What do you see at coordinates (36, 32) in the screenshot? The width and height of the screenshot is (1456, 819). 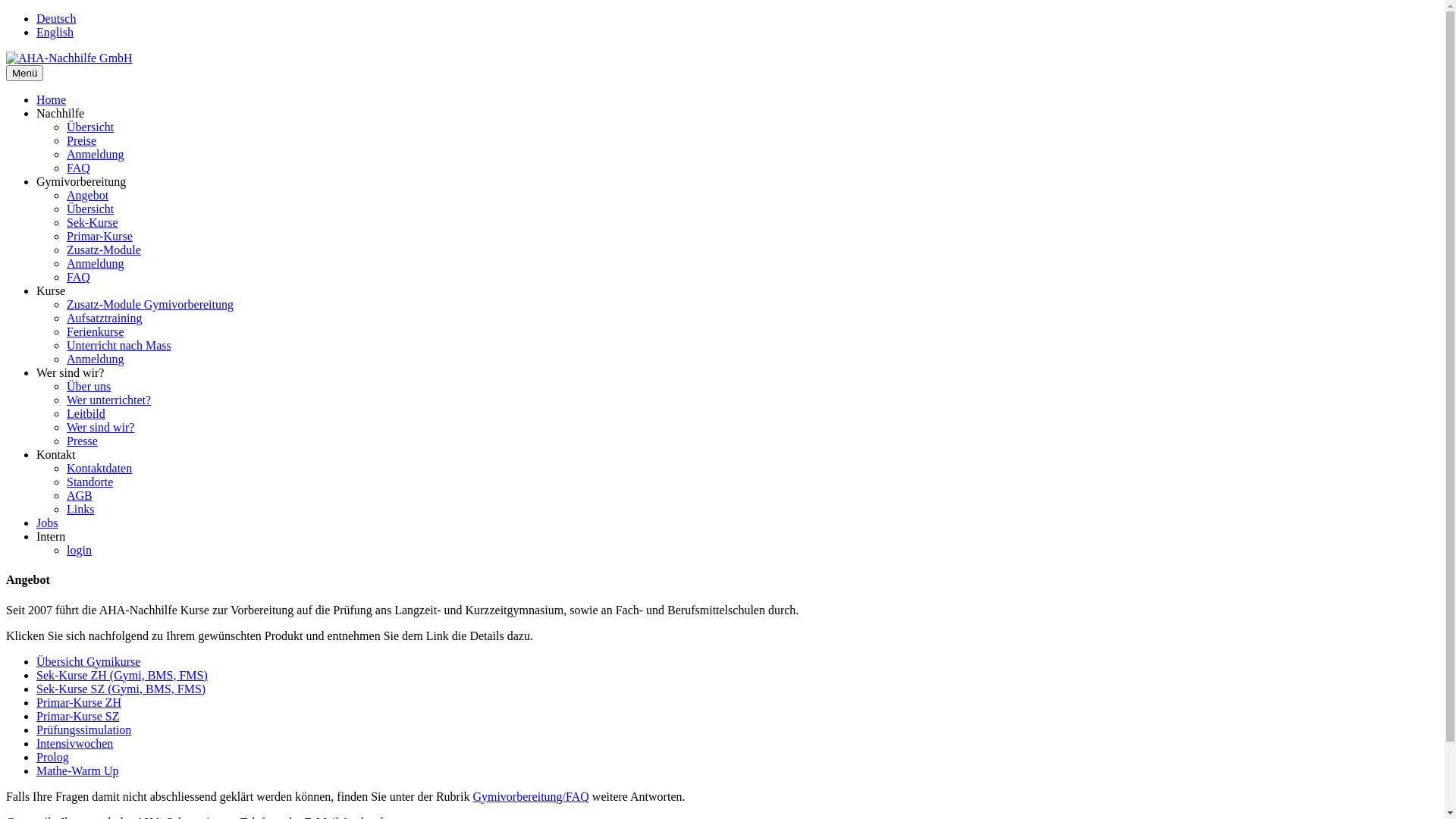 I see `'English'` at bounding box center [36, 32].